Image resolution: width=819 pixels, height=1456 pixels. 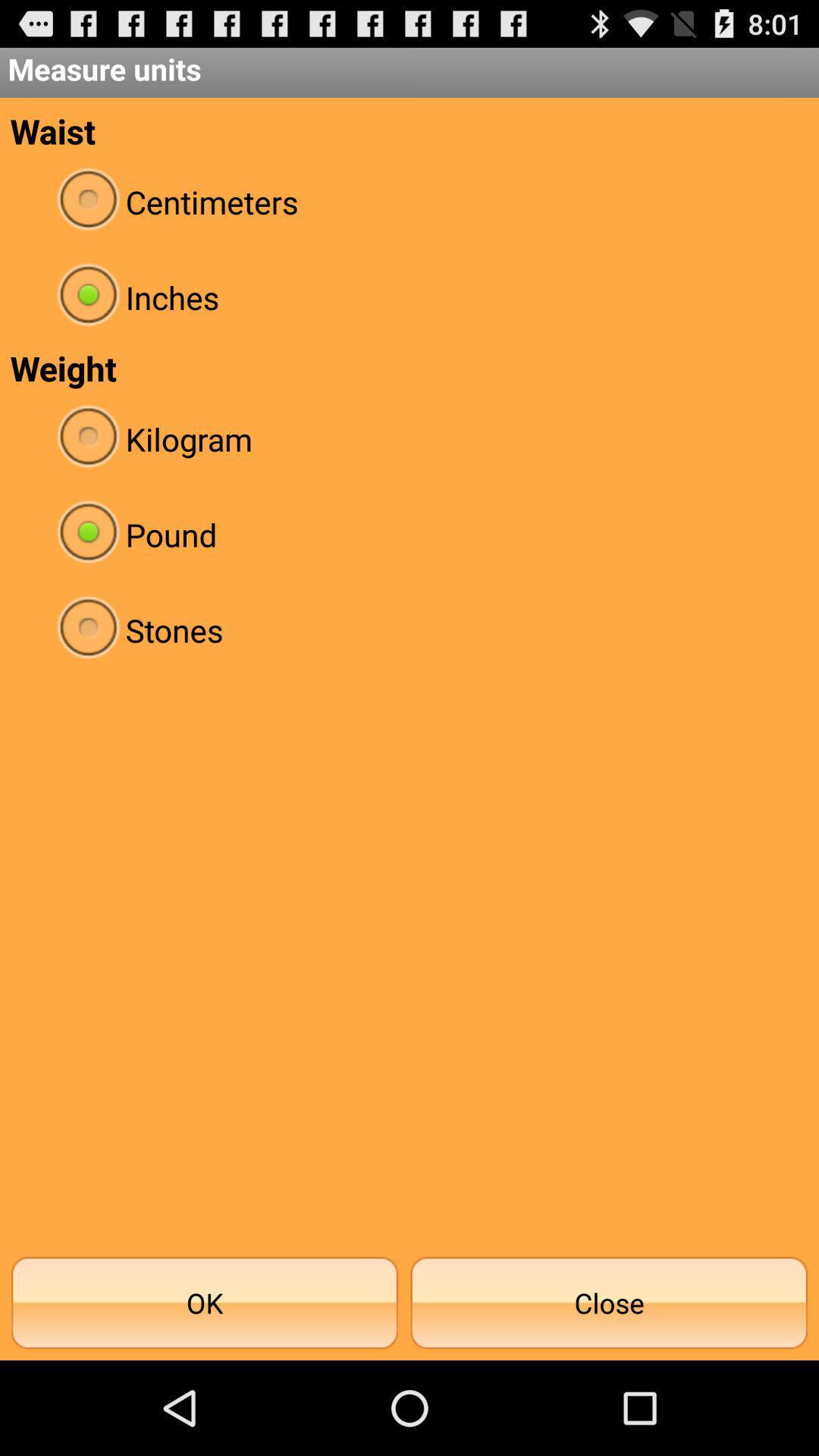 What do you see at coordinates (409, 438) in the screenshot?
I see `radio button above pound icon` at bounding box center [409, 438].